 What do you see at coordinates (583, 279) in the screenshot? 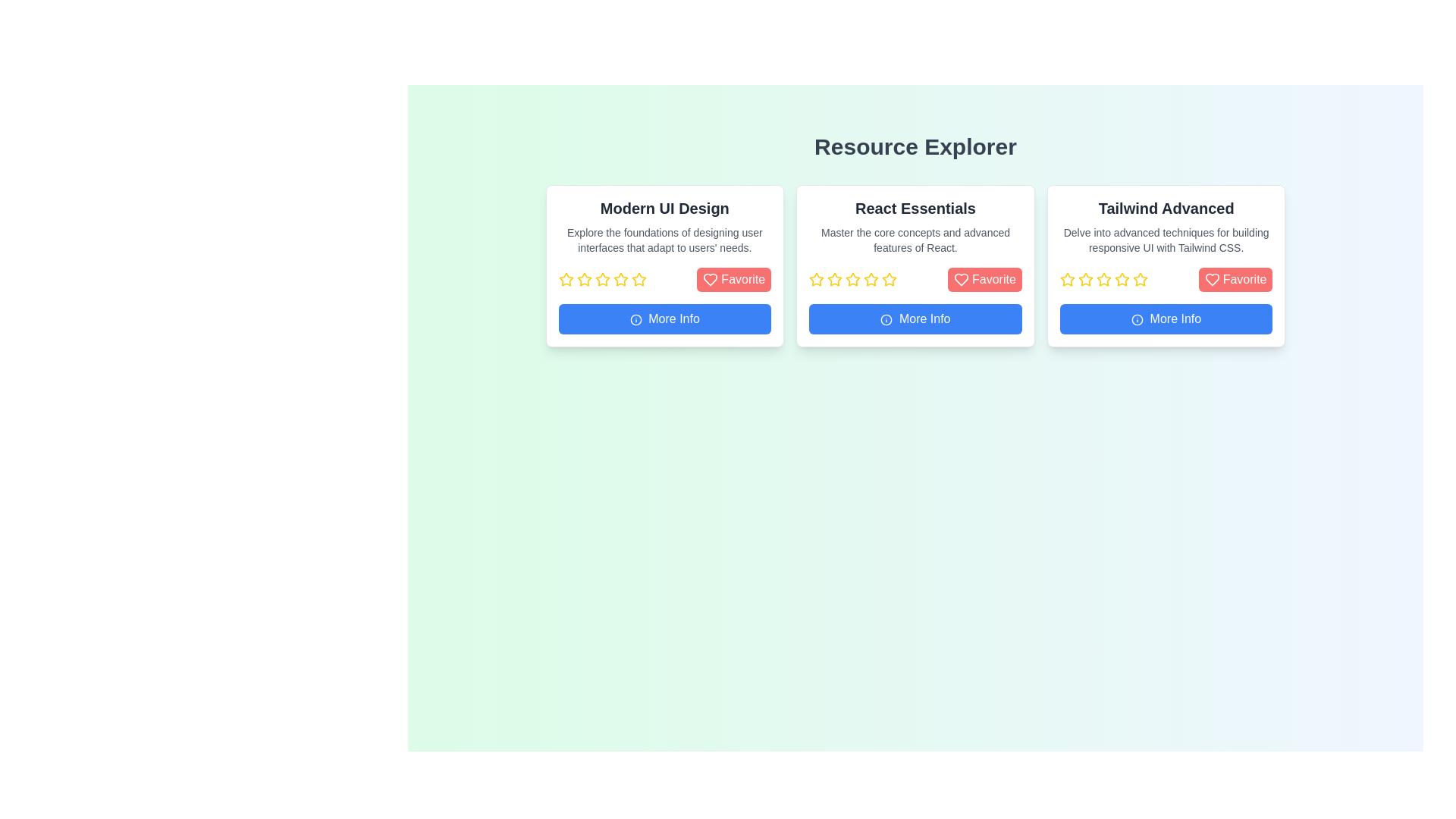
I see `the first star icon in the rating system for the 'Modern UI Design' card to provide a 1-star rating` at bounding box center [583, 279].